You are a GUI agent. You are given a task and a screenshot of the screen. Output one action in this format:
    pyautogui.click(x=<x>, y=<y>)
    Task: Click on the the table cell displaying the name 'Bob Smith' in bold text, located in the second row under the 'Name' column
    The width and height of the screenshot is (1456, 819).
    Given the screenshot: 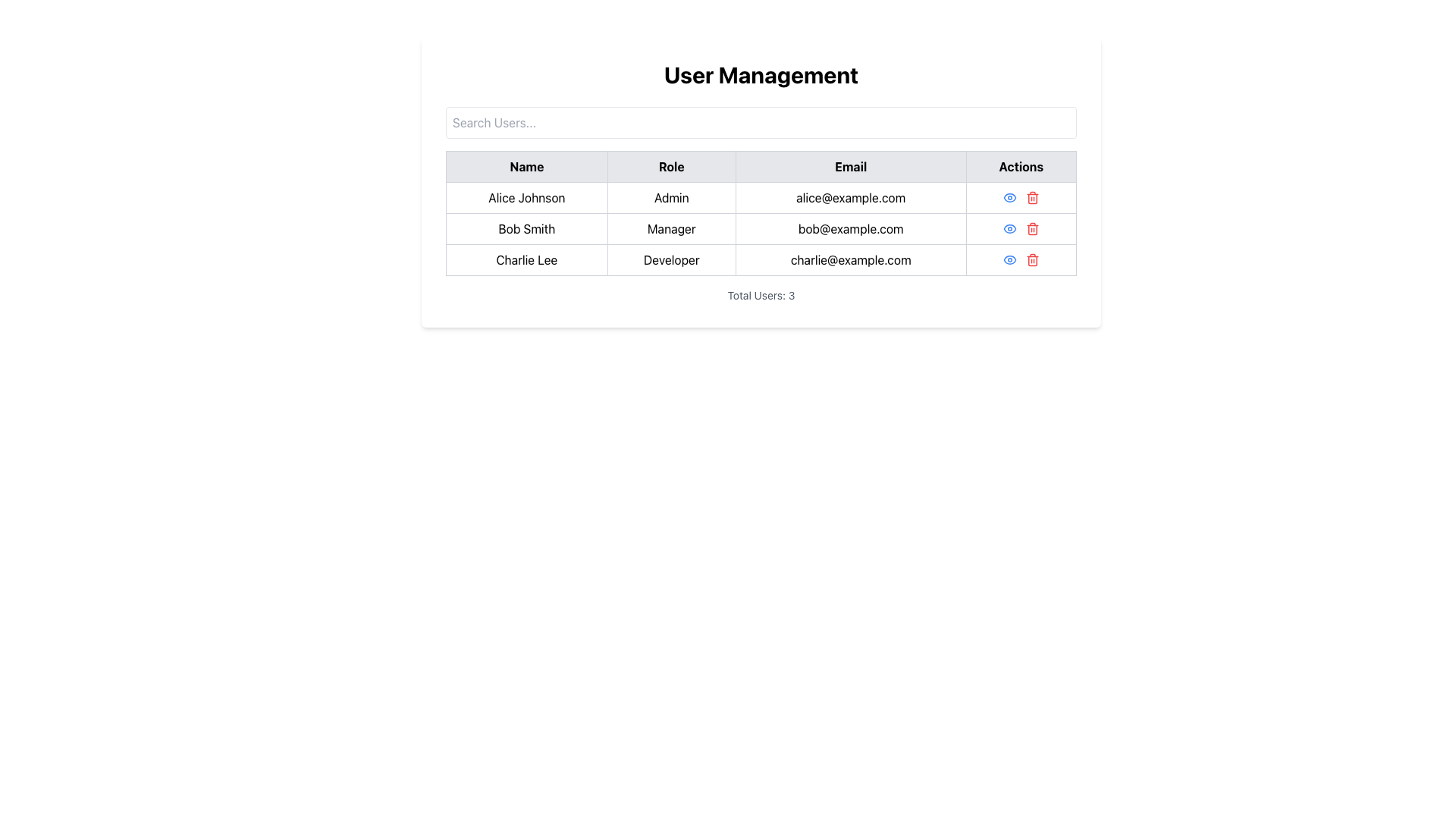 What is the action you would take?
    pyautogui.click(x=526, y=228)
    